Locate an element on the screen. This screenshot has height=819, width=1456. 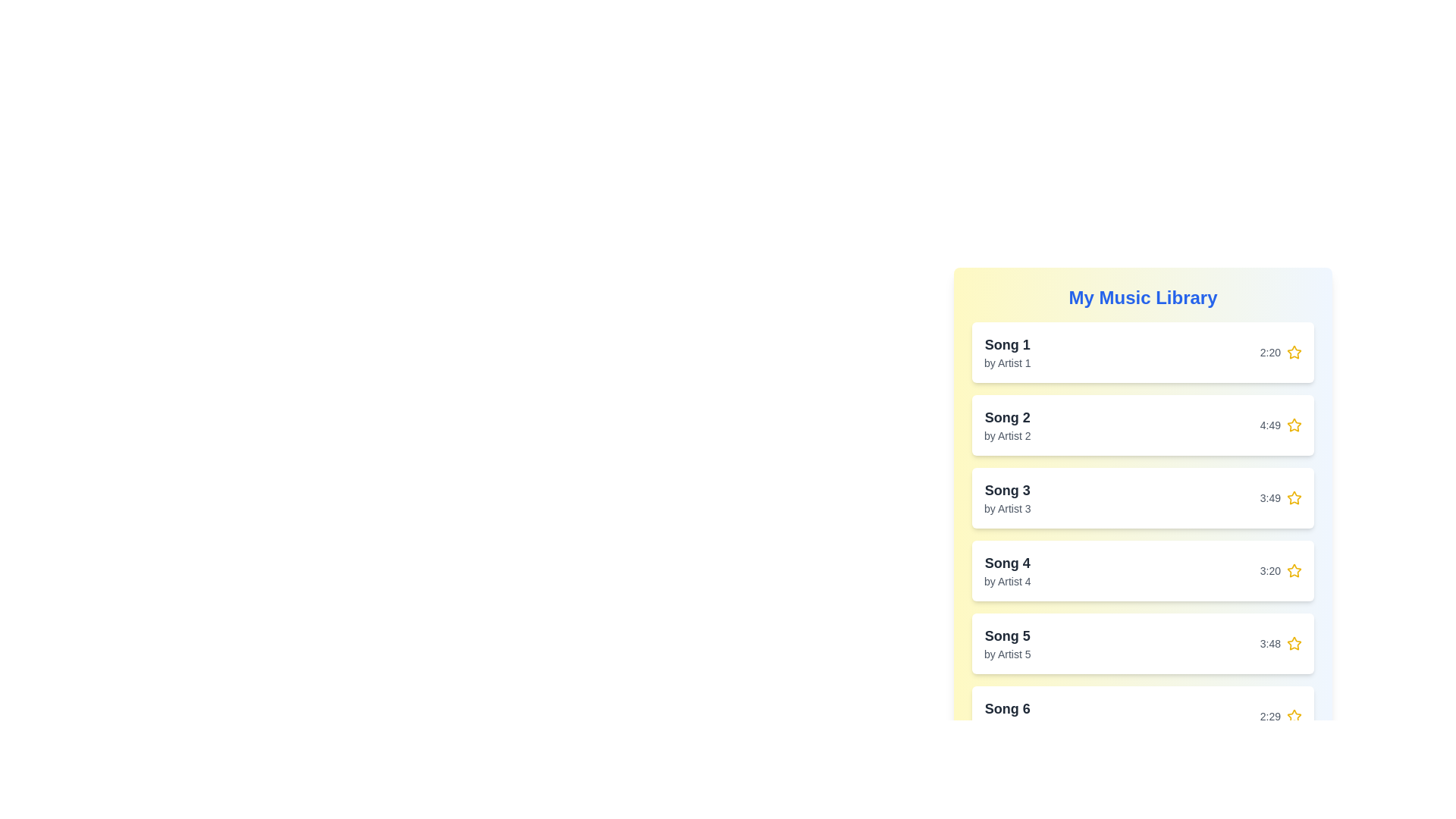
the text label displaying the duration or time information located in the middle right-hand region of the second card, to the left of the star icon is located at coordinates (1270, 425).